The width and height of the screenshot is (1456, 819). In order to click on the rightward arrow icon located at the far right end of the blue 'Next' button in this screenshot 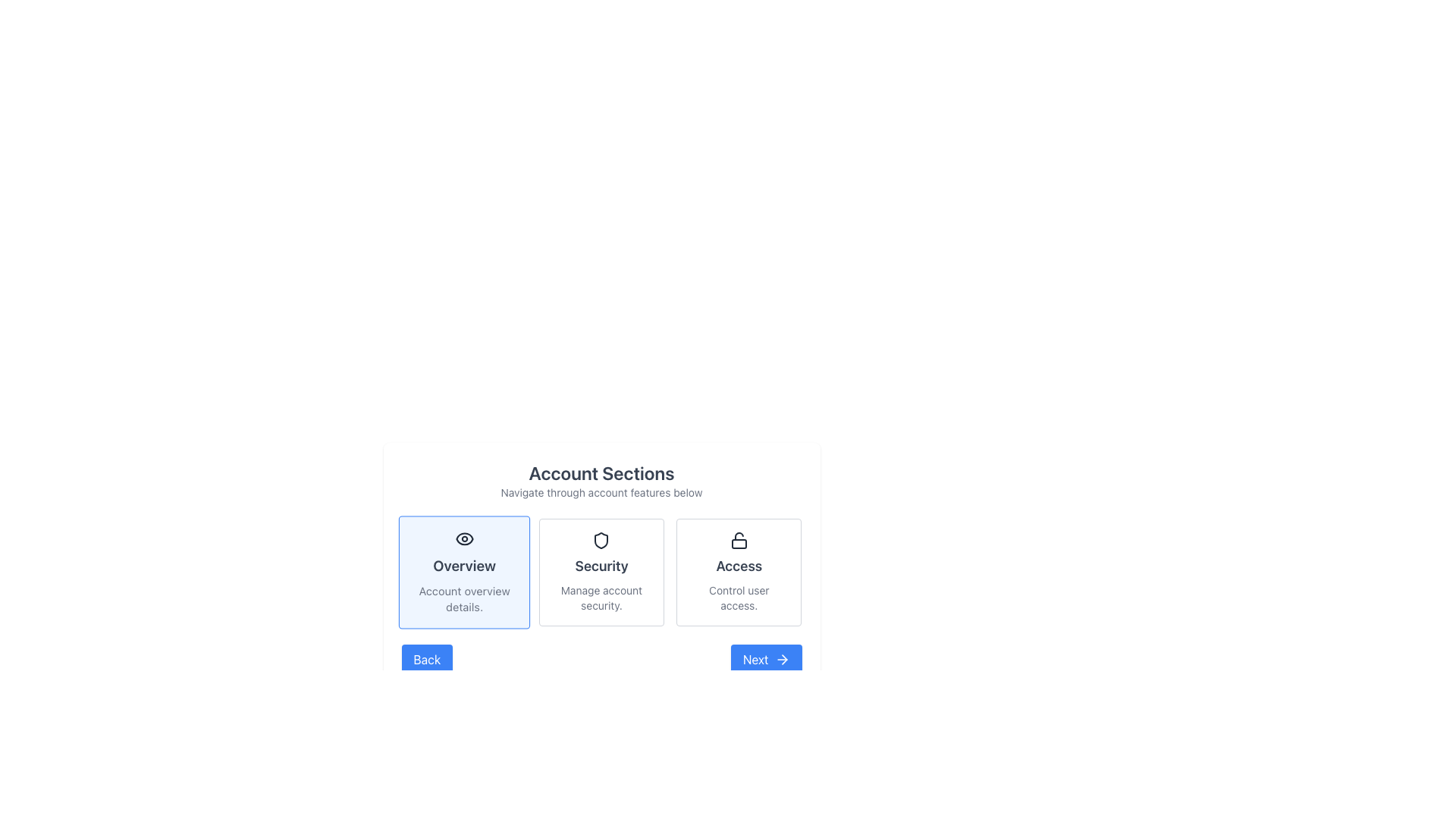, I will do `click(782, 659)`.